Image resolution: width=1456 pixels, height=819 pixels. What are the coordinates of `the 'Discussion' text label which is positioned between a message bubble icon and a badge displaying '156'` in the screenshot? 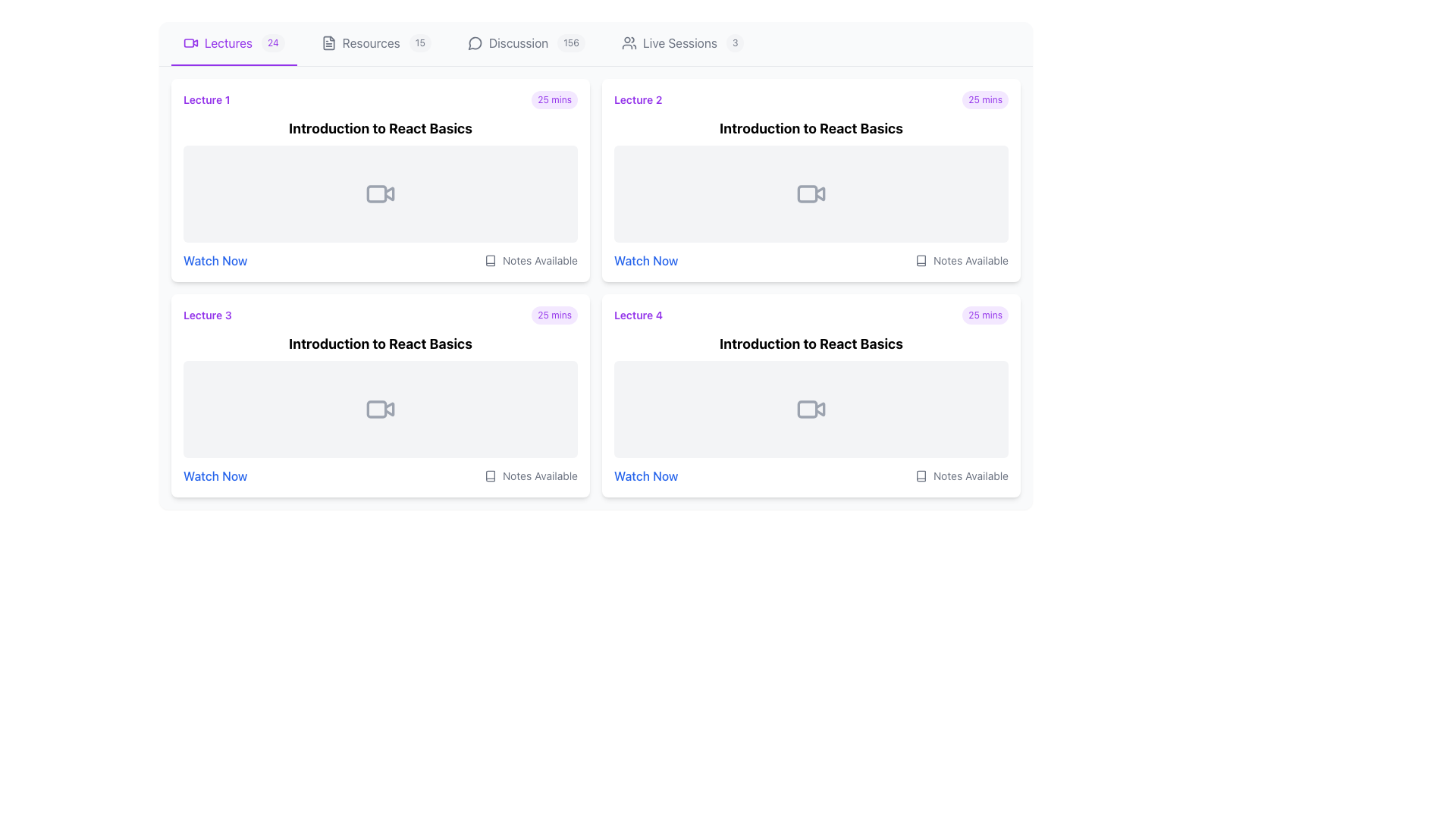 It's located at (519, 42).